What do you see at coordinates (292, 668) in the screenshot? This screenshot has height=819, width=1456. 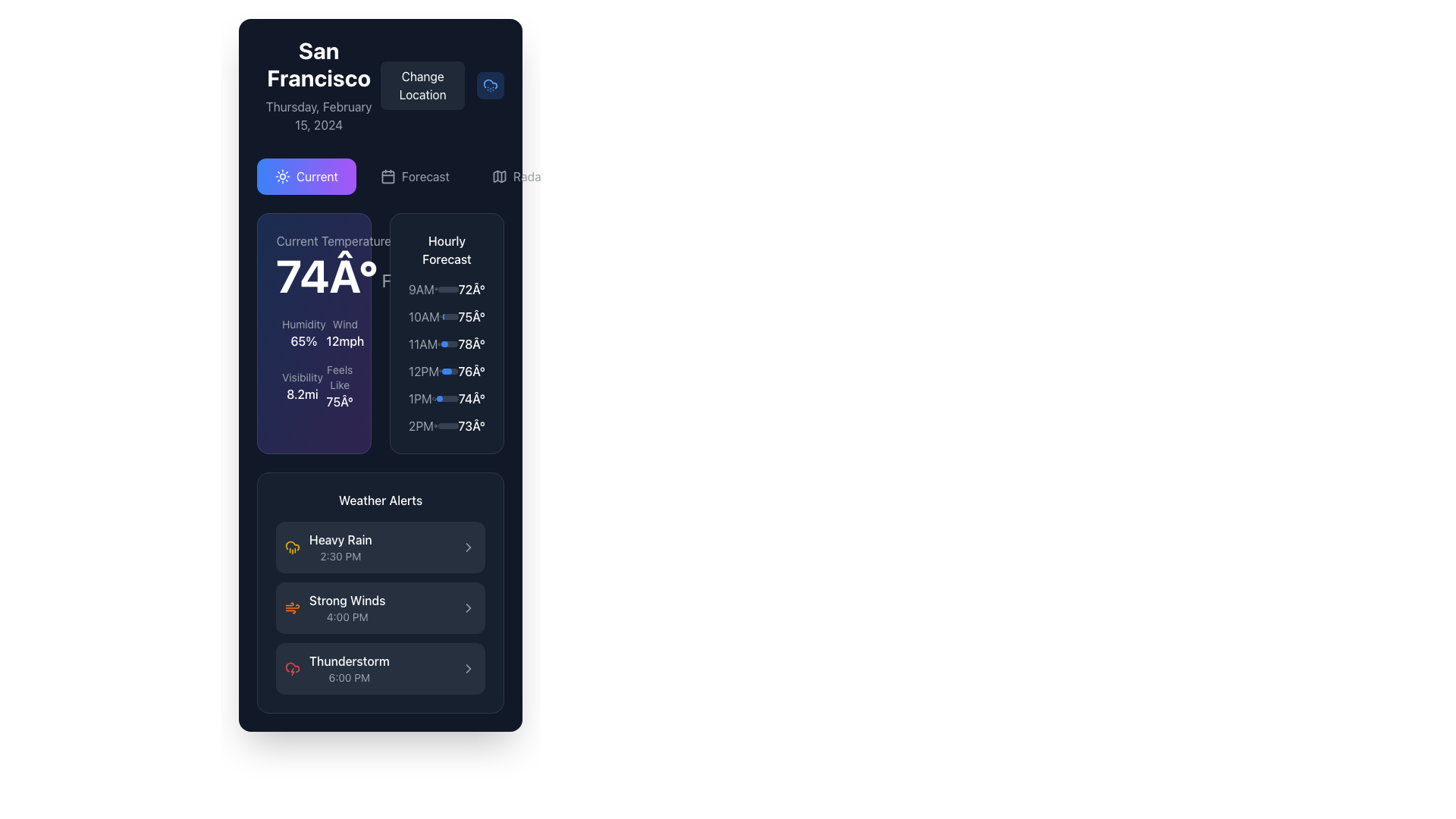 I see `the thunderstorm weather alert icon located in the 'Weather Alerts' section, specifically in the 'Thunderstorm 6:00 PM' row, which is positioned leftmost next to the descriptive text` at bounding box center [292, 668].